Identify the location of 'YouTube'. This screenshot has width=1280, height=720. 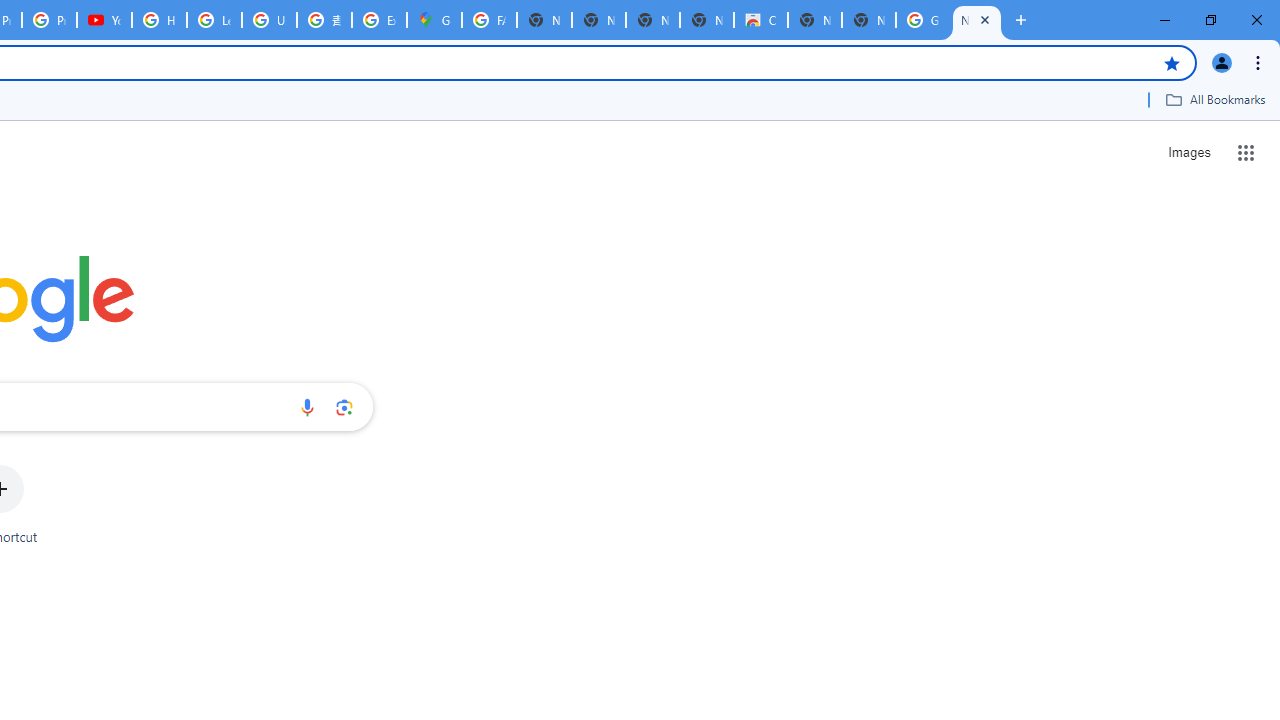
(103, 20).